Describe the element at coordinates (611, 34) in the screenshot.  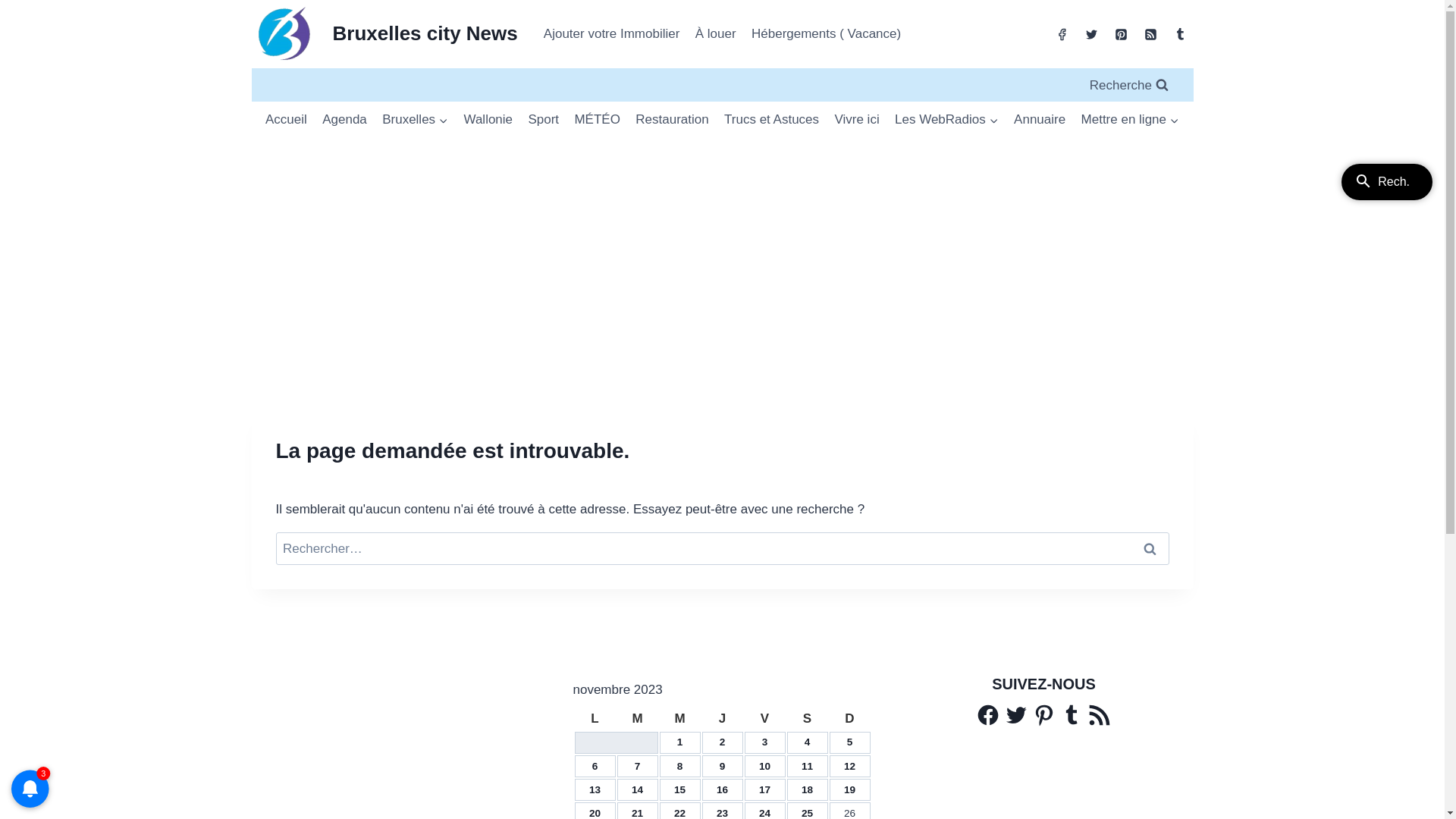
I see `'Ajouter votre Immobilier'` at that location.